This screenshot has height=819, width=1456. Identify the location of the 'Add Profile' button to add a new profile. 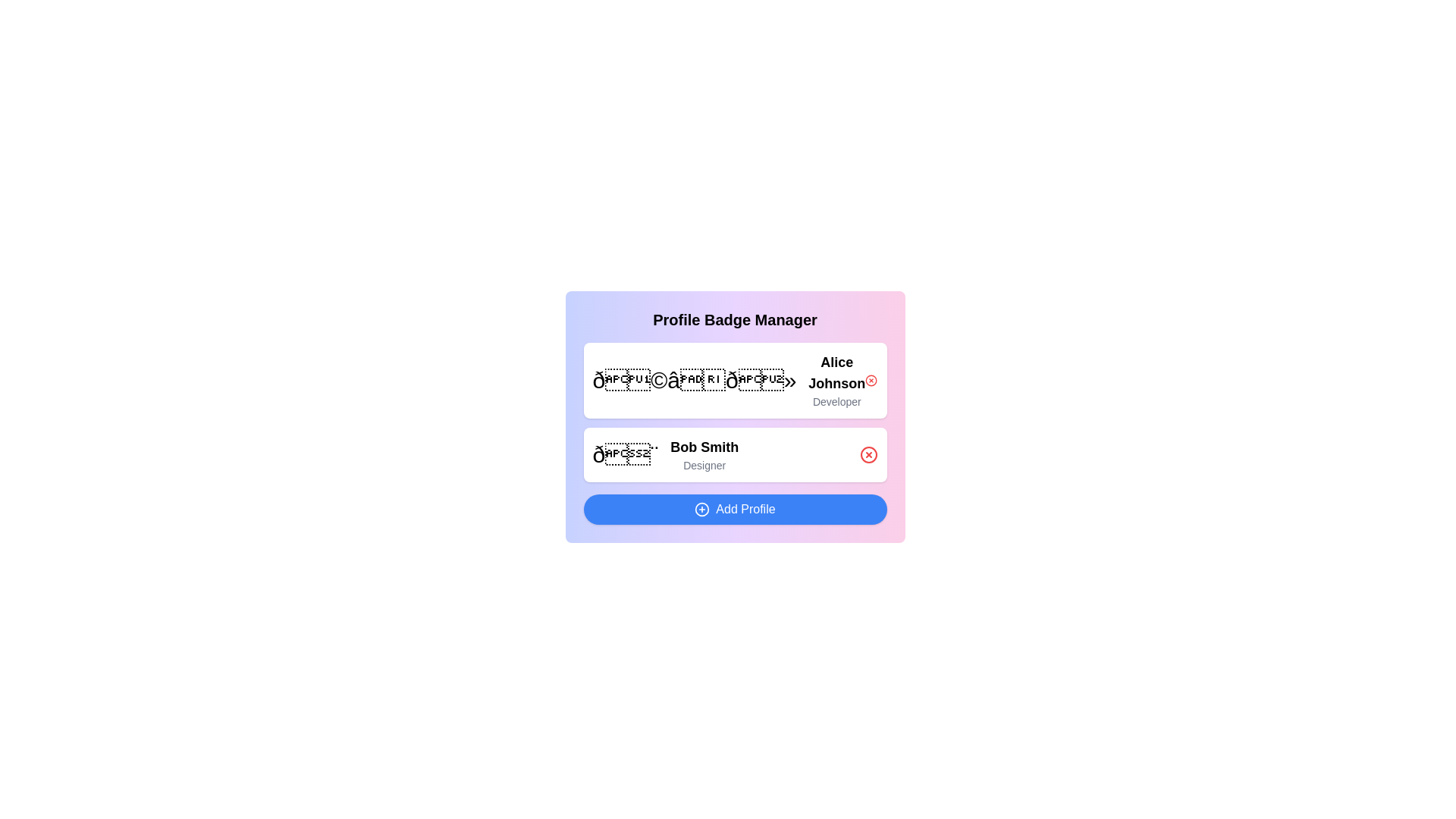
(735, 509).